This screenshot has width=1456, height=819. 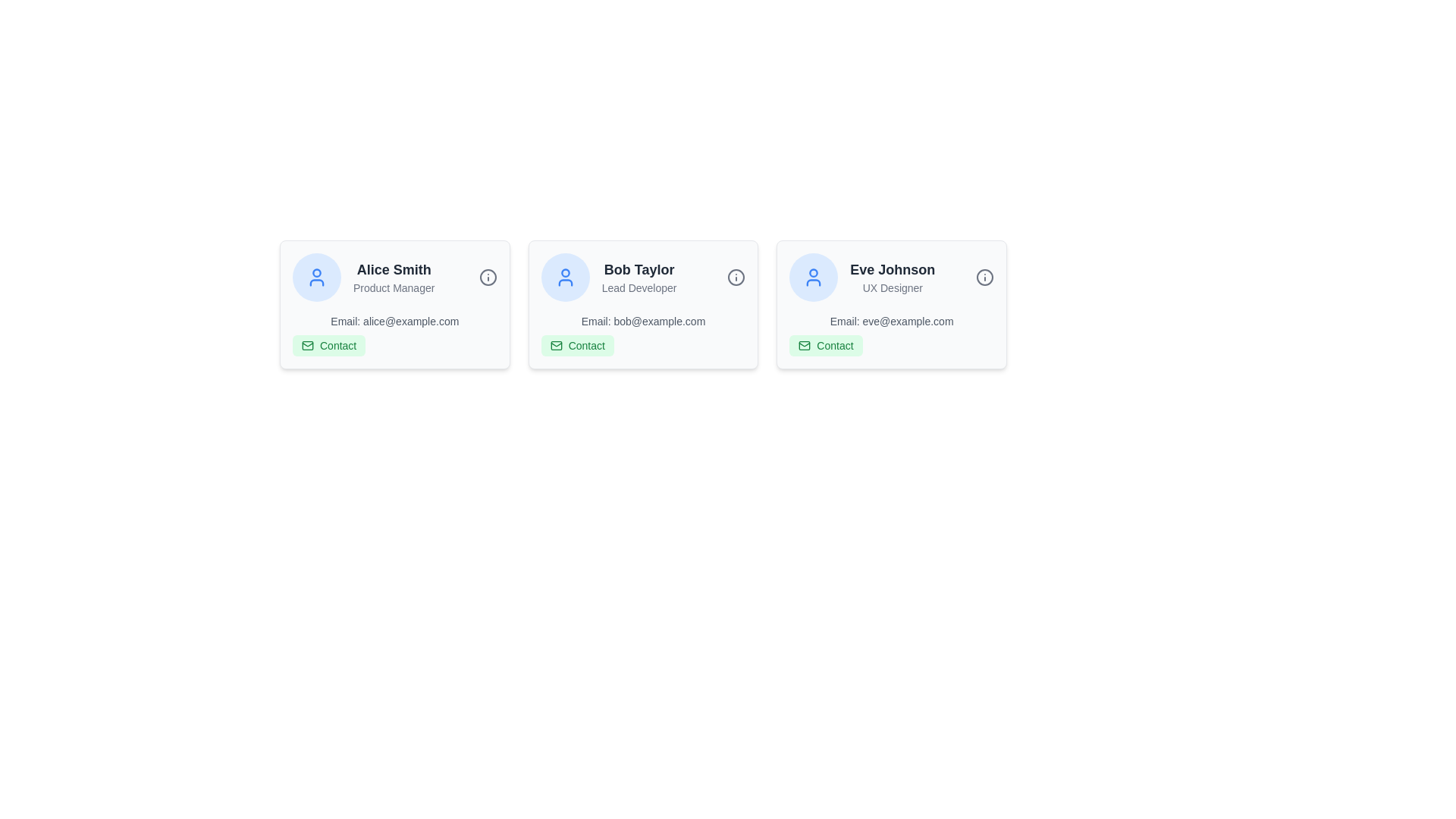 What do you see at coordinates (893, 288) in the screenshot?
I see `the text label reading 'UX Designer' that is styled in a smaller font size and lighter gray color, located below the name 'Eve Johnson' in the user profile panel` at bounding box center [893, 288].